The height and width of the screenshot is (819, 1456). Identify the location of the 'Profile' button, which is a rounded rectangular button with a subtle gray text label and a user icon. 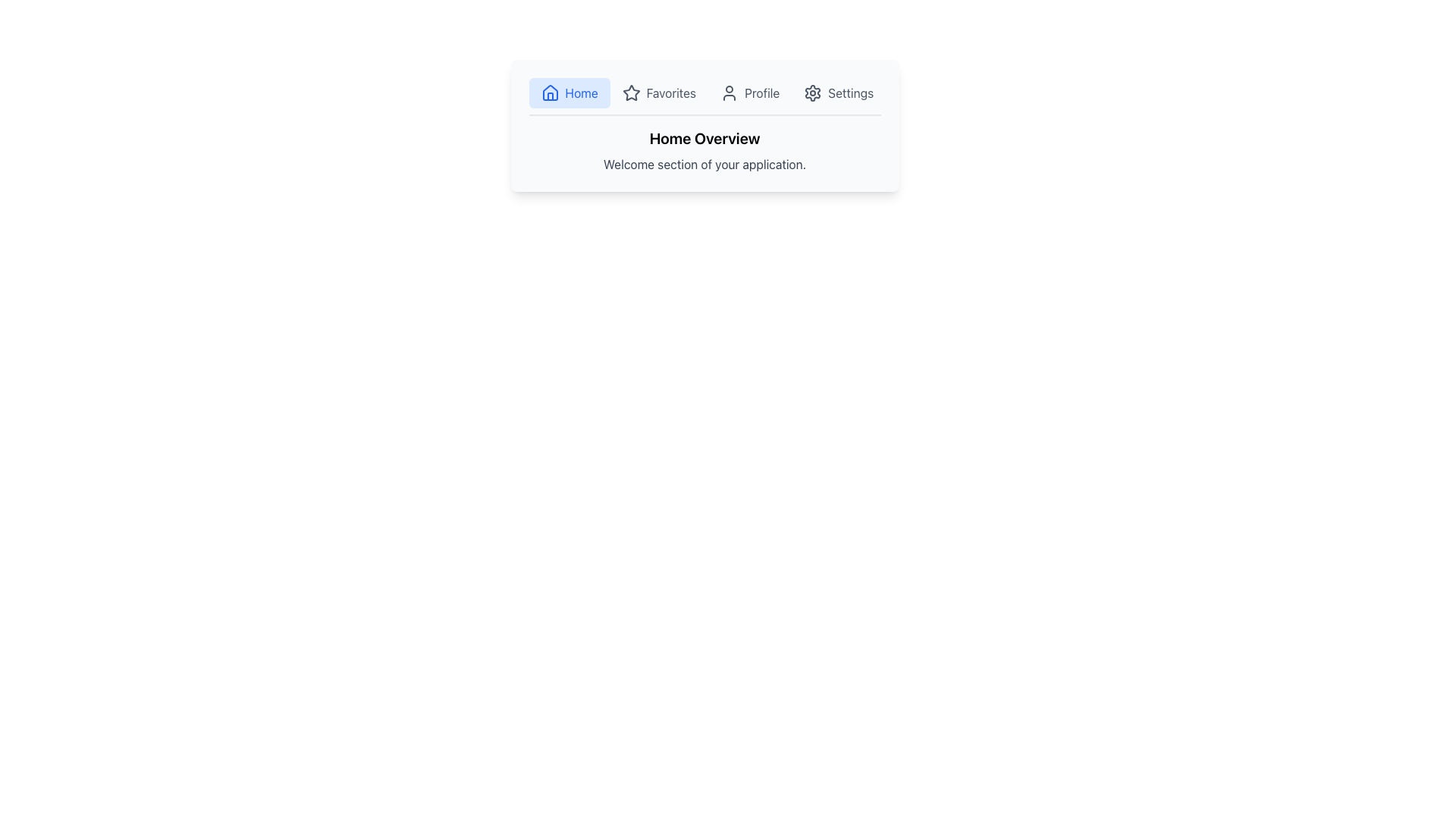
(750, 93).